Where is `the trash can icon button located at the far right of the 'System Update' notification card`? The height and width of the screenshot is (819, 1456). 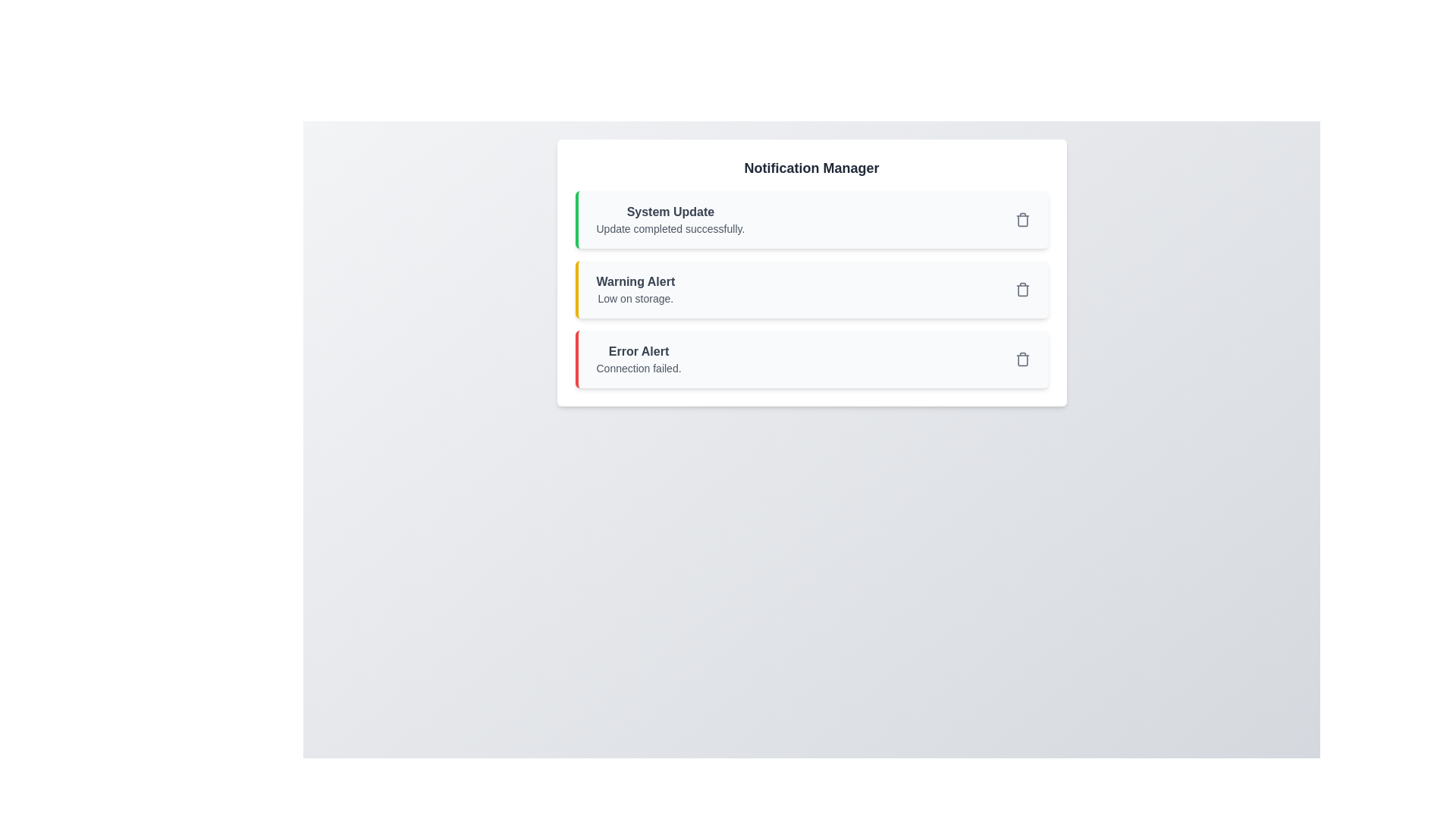
the trash can icon button located at the far right of the 'System Update' notification card is located at coordinates (1022, 219).